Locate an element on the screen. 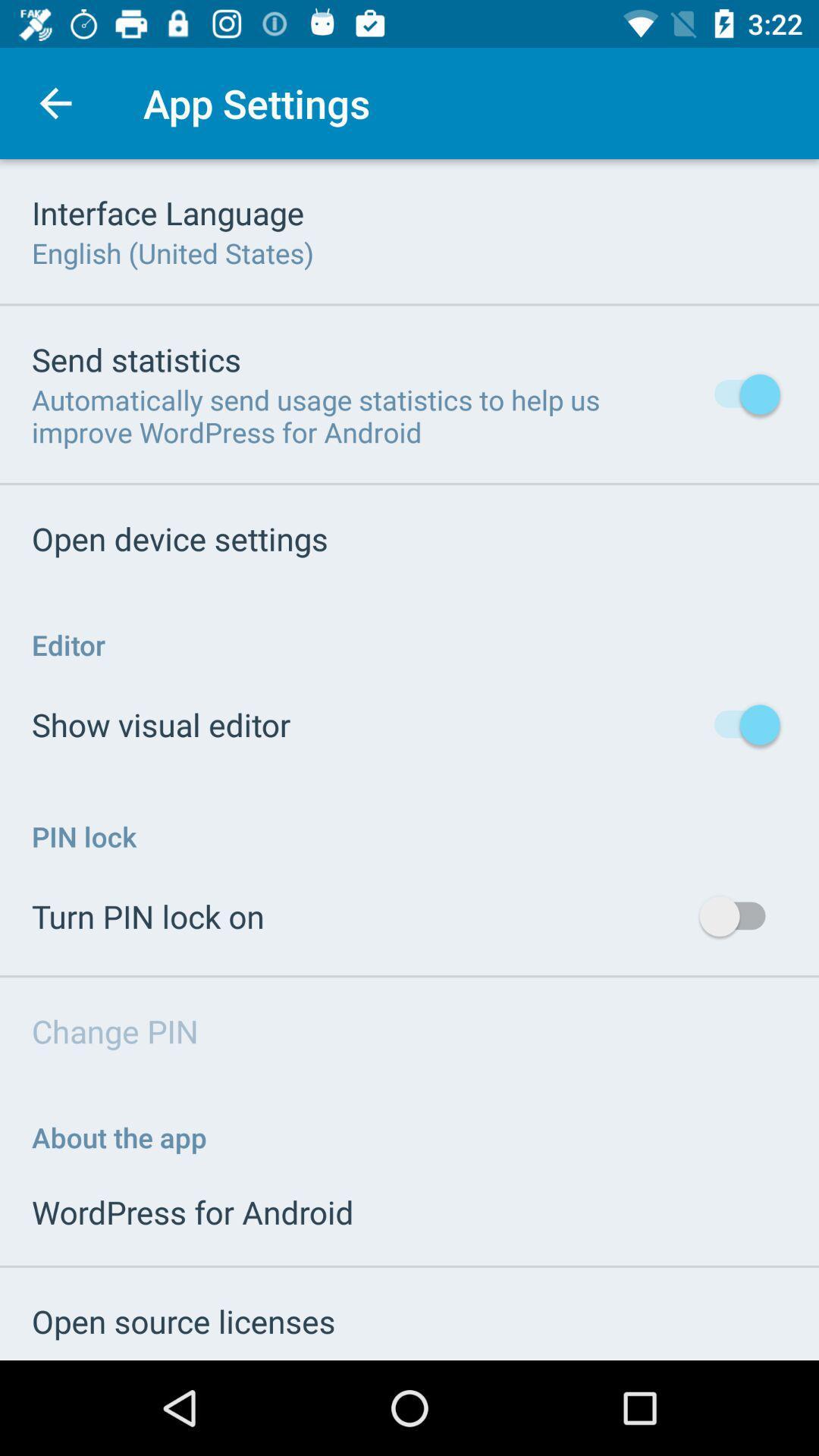  the icon at the center is located at coordinates (409, 760).